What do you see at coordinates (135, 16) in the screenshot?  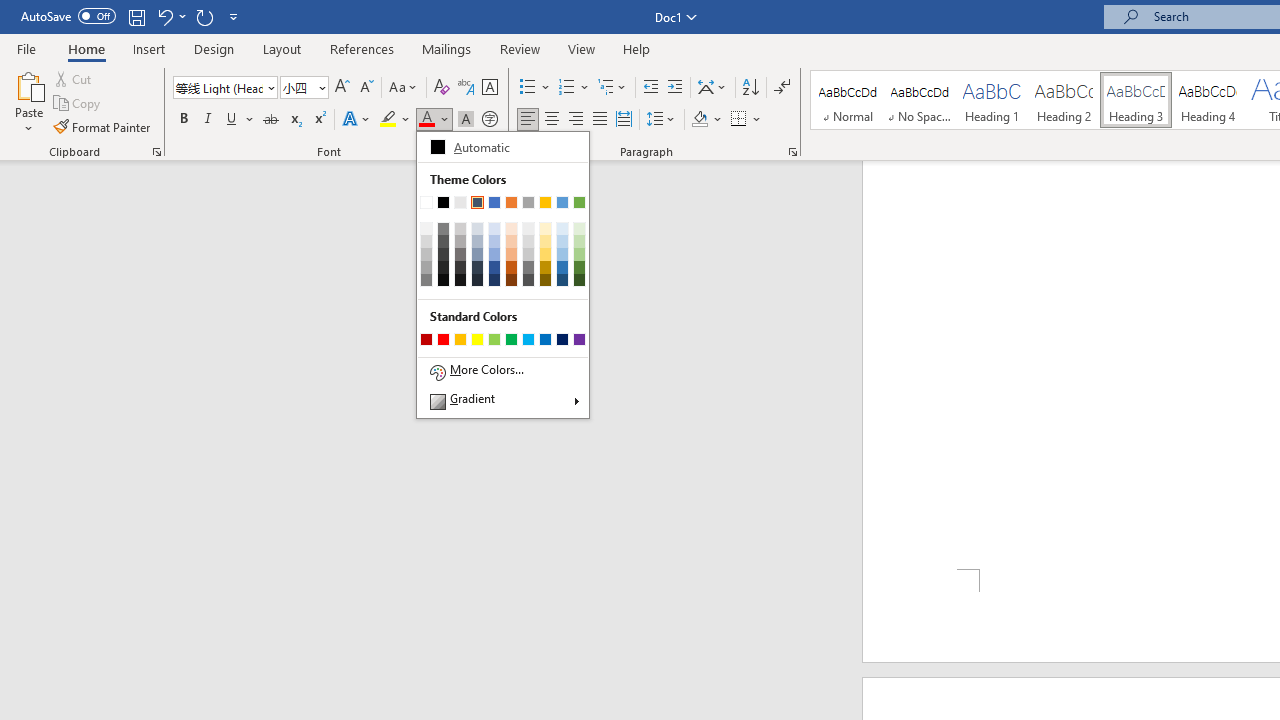 I see `'Save'` at bounding box center [135, 16].